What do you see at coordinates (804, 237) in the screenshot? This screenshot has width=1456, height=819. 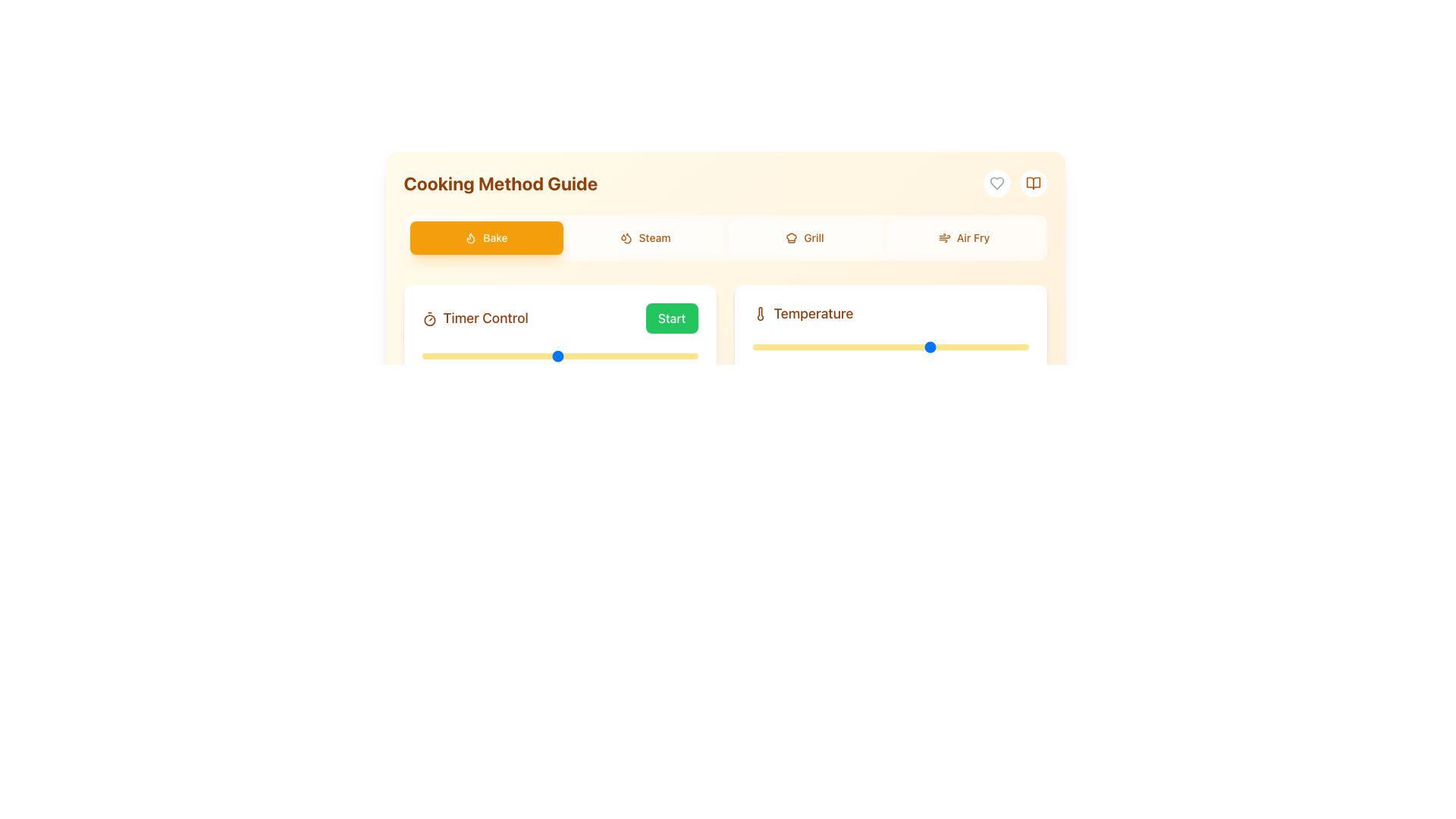 I see `the 'Grill' button located in the upper section of the interface, third from the left in the horizontal array of cooking method buttons` at bounding box center [804, 237].